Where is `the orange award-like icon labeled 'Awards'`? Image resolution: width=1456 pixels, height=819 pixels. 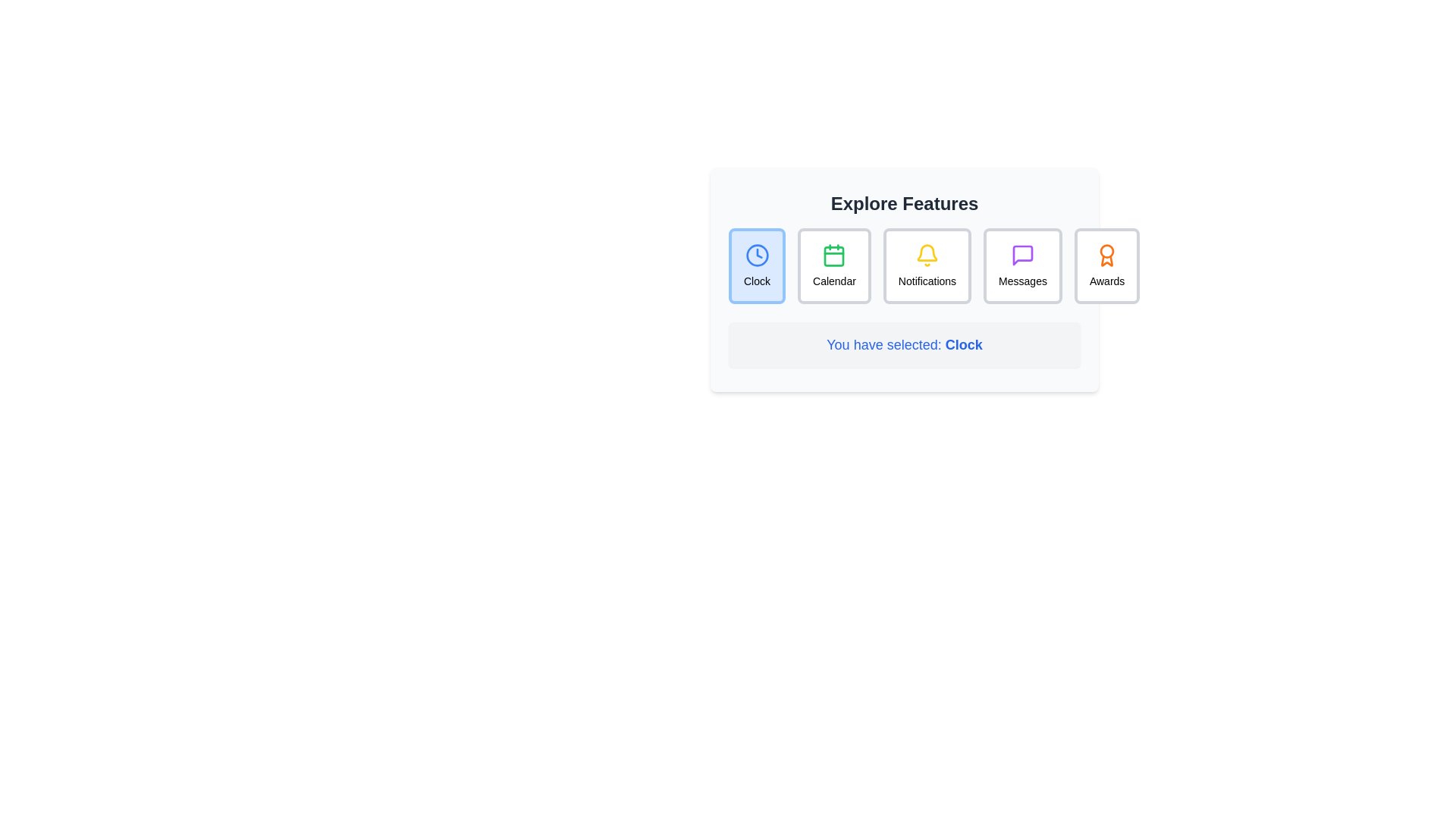 the orange award-like icon labeled 'Awards' is located at coordinates (1107, 265).